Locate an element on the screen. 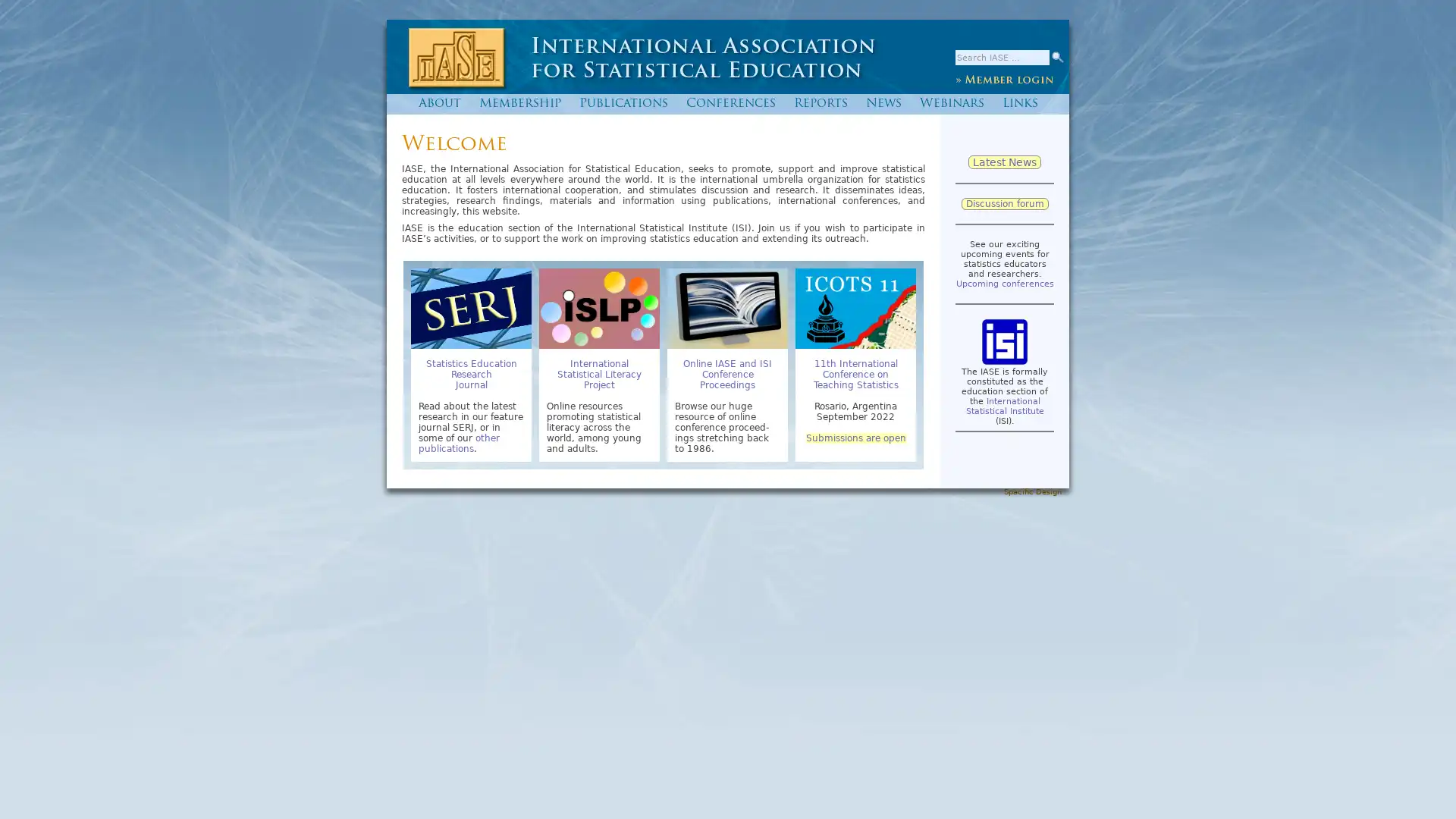 This screenshot has height=819, width=1456. Submit is located at coordinates (1056, 55).